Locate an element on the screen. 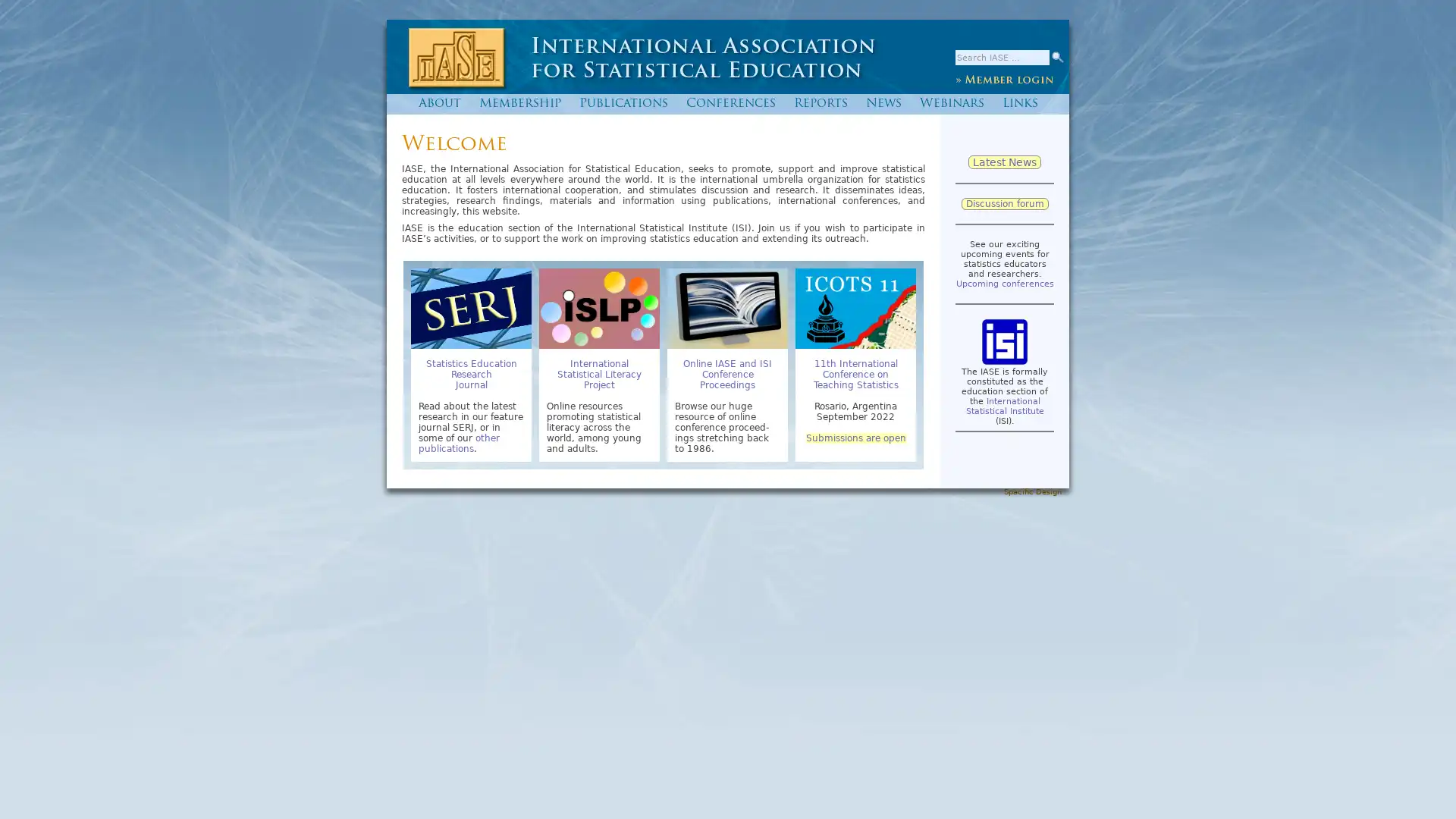 This screenshot has height=819, width=1456. Submit is located at coordinates (1056, 55).